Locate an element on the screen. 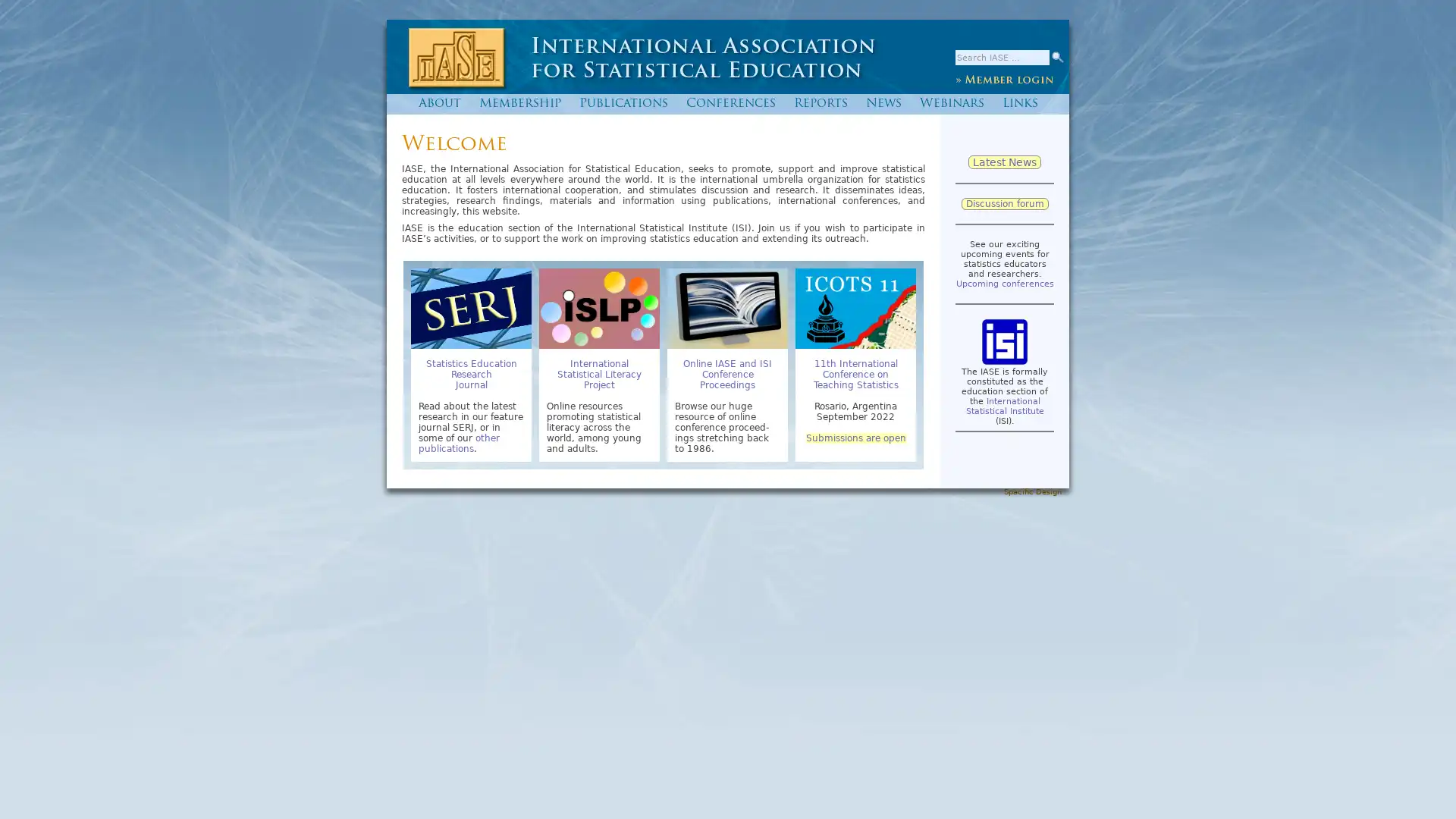 This screenshot has height=819, width=1456. Submit is located at coordinates (1056, 55).